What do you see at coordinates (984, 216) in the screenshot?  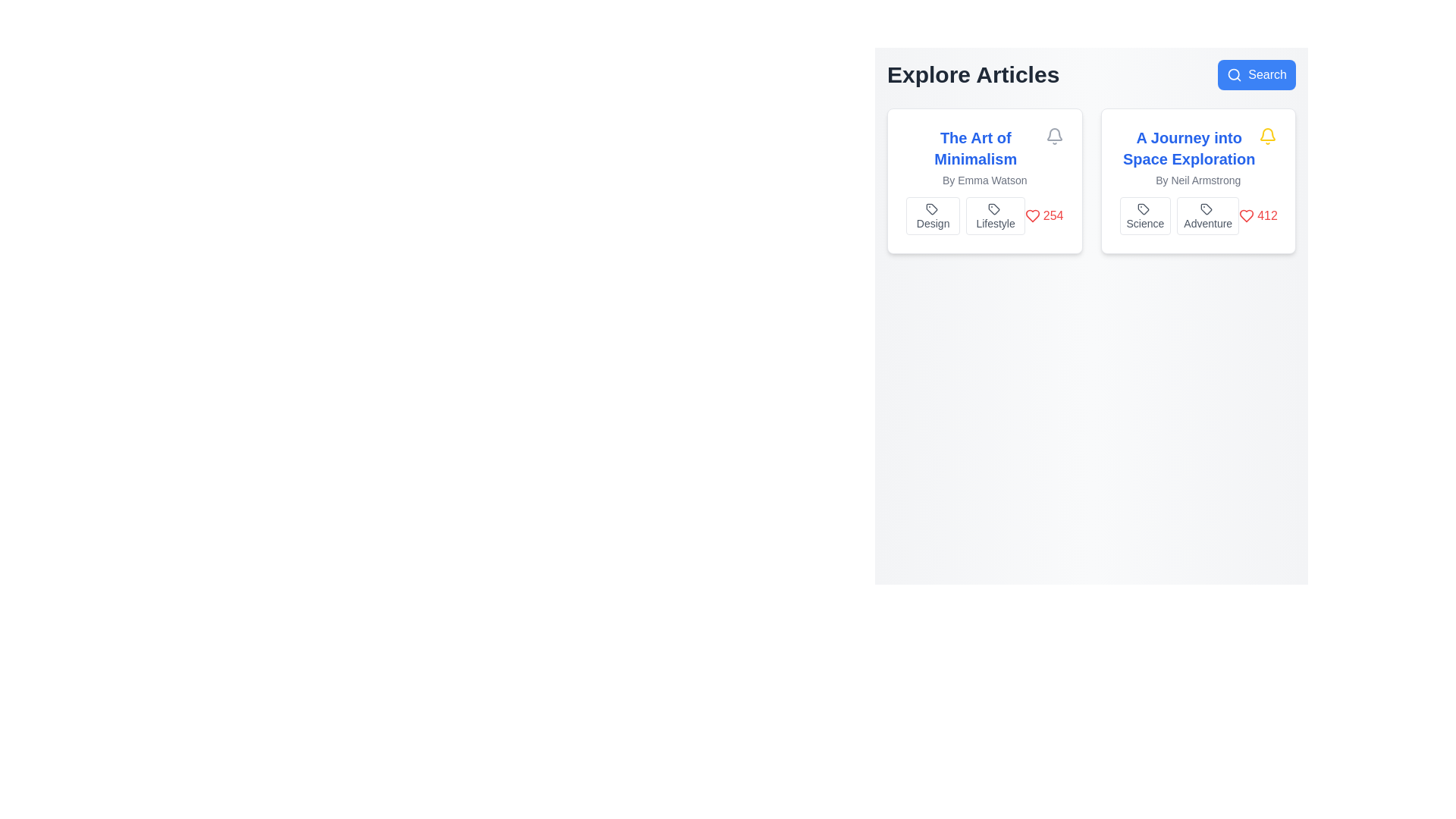 I see `the information associated with the 'Lifestyle' tag label that contains an icon resembling a tag, positioned next to the 'Design' label and adjacent to a red 'heart' icon with the number '254'` at bounding box center [984, 216].